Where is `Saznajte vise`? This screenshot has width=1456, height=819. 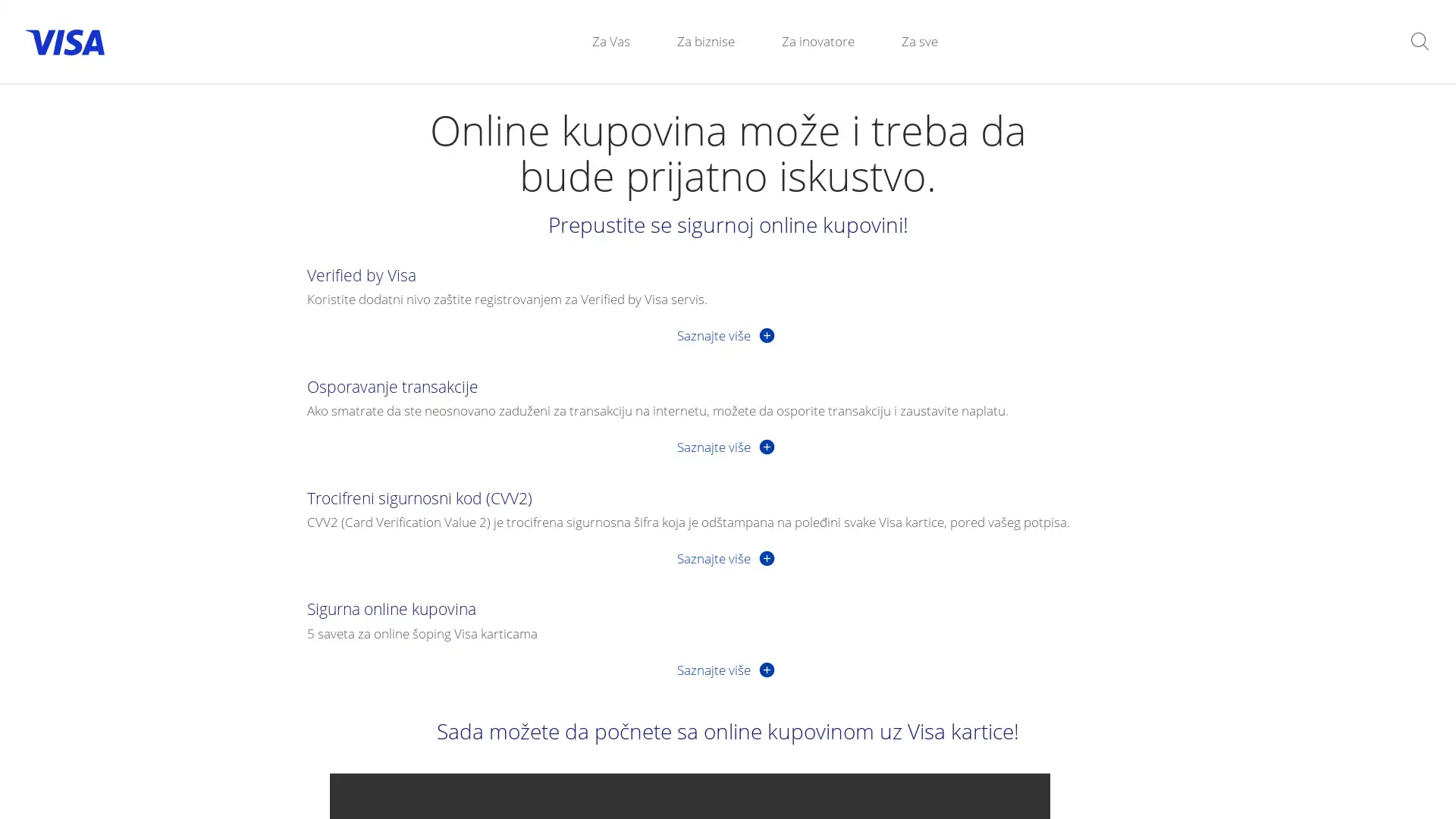
Saznajte vise is located at coordinates (726, 445).